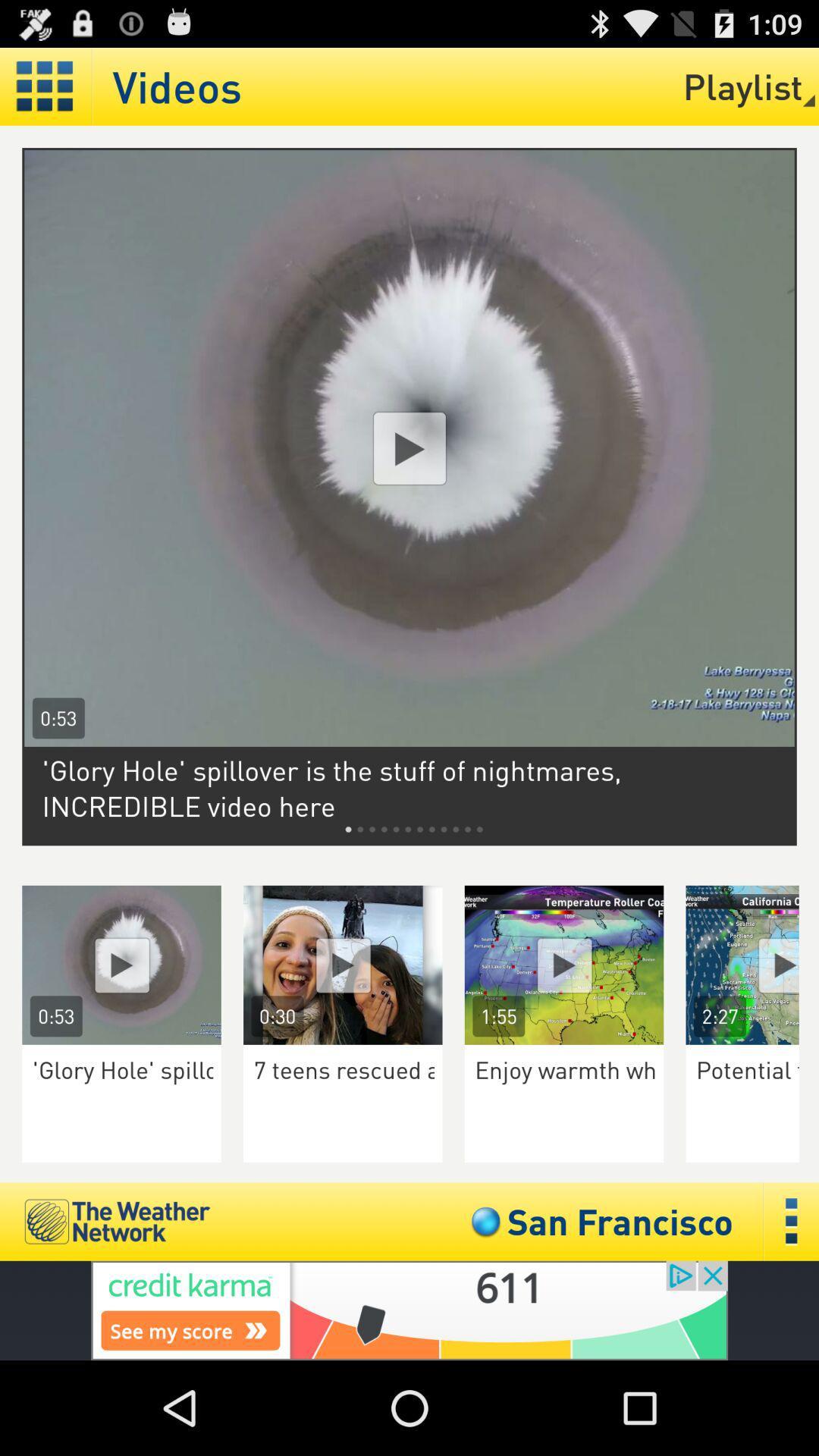  I want to click on open video, so click(343, 964).